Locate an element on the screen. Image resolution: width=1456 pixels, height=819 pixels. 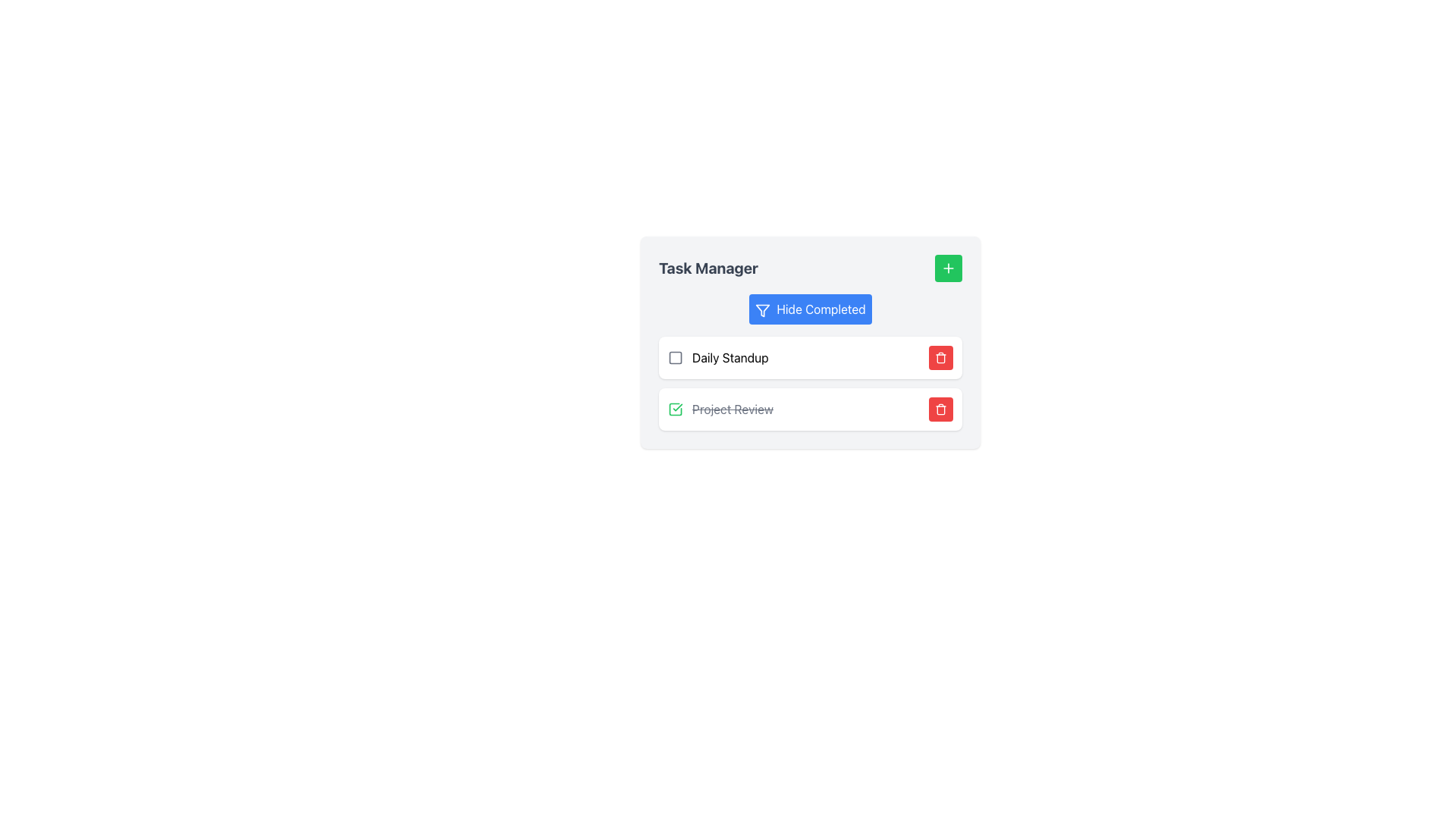
the 'Daily Standup' text label which is part of a list item in a task management interface, positioned as the first item with a checkbox on the left and a red delete button on the right is located at coordinates (730, 357).